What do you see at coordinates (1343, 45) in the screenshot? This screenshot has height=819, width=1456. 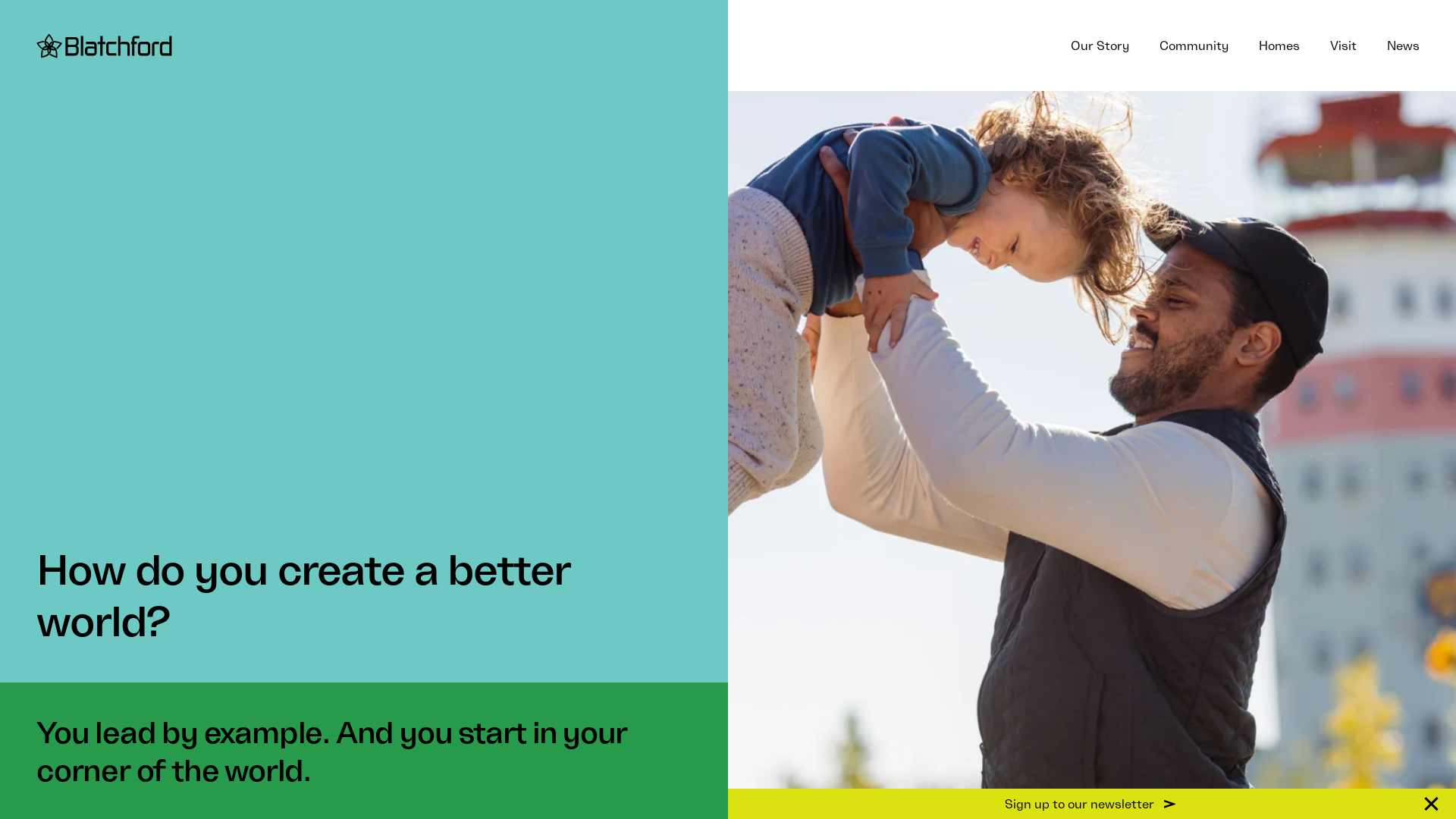 I see `'Visit'` at bounding box center [1343, 45].